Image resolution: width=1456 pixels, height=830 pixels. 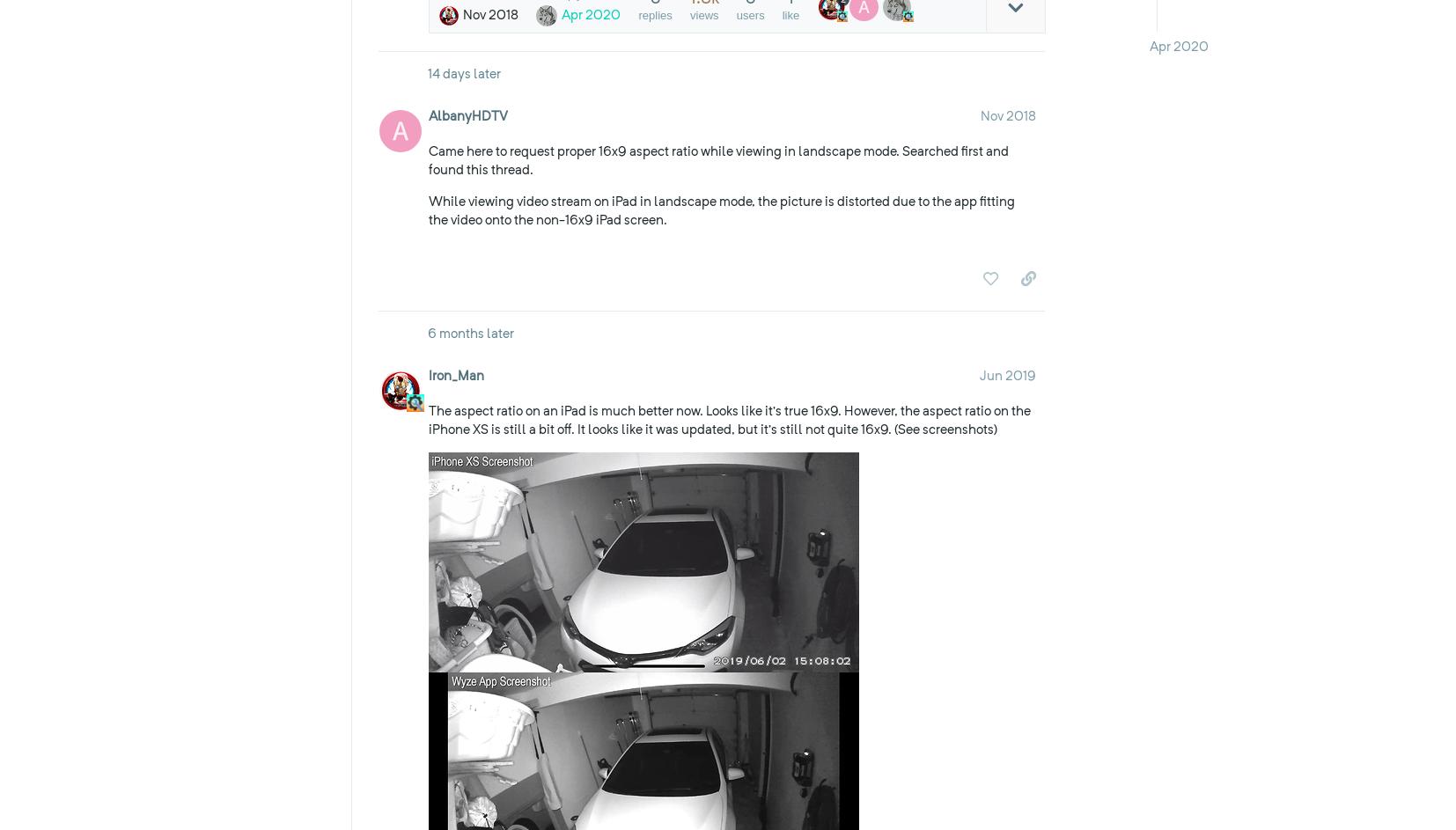 I want to click on 'Always Be Civil', so click(x=463, y=596).